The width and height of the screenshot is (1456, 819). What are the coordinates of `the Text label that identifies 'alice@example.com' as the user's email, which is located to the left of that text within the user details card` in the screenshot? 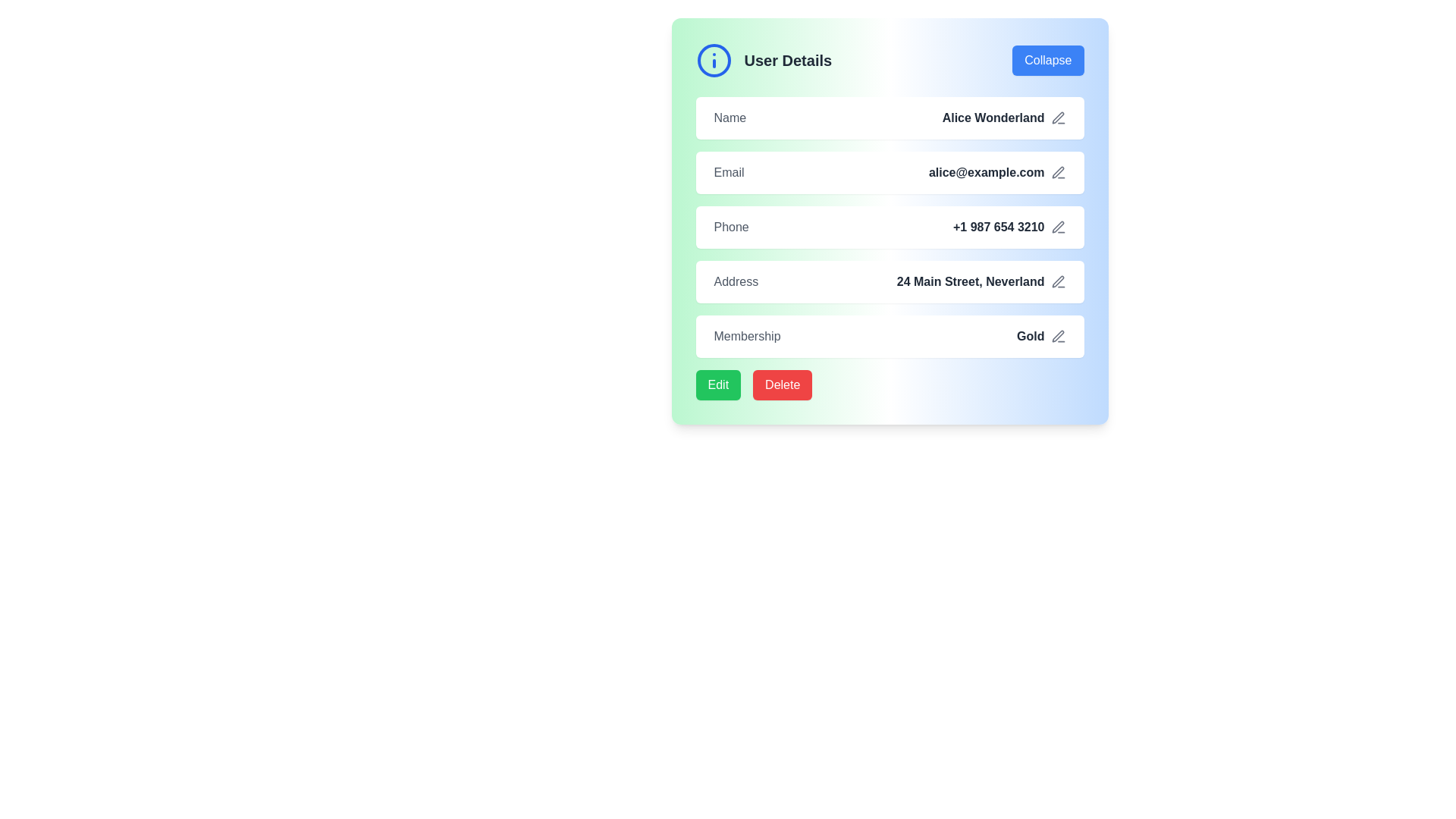 It's located at (729, 171).